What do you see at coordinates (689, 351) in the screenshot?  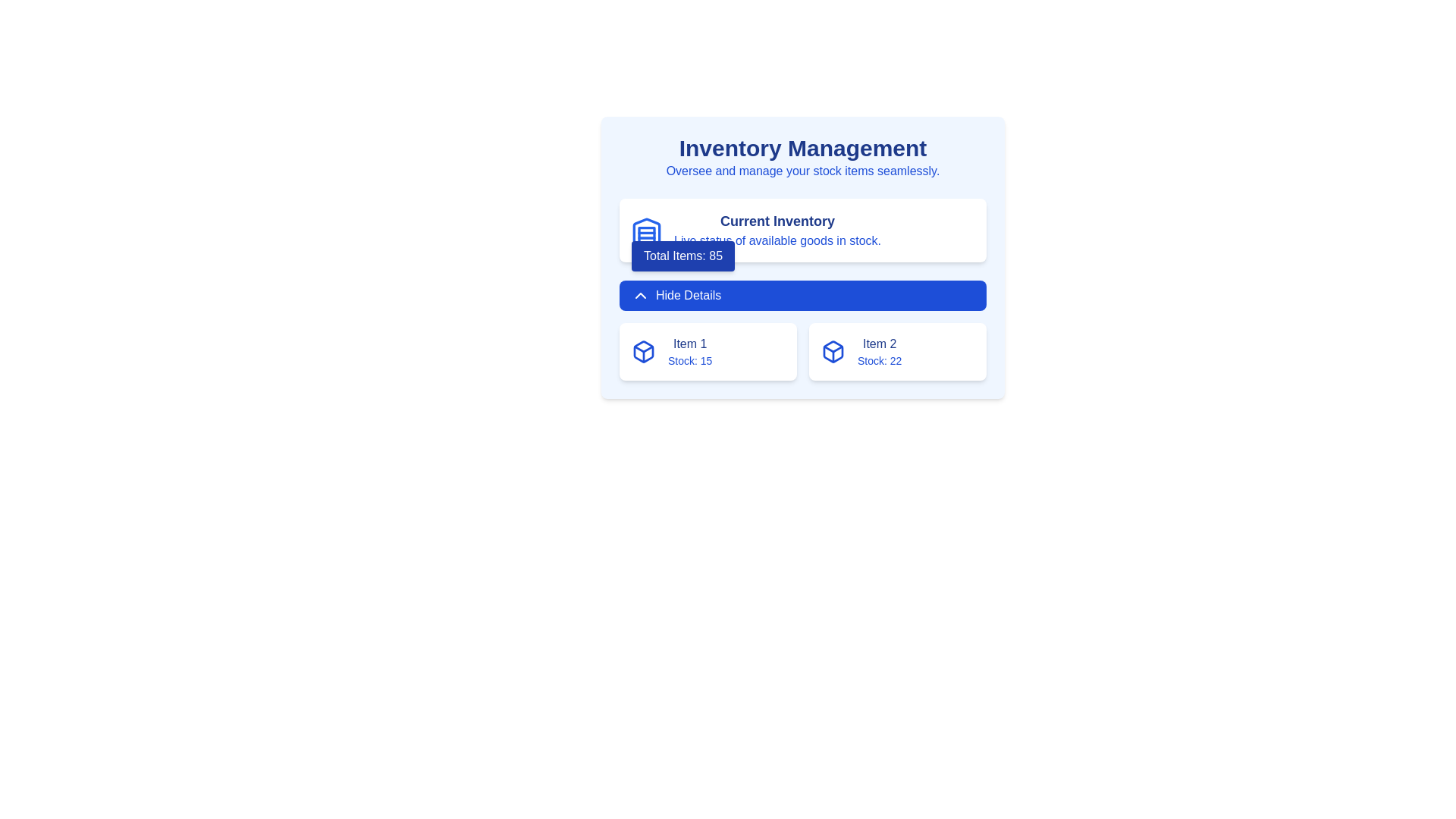 I see `the text display element showing 'Item 1' and 'Stock: 15', which is styled with a white background and rounded corners, located in the bottom-left corner of the card layout` at bounding box center [689, 351].